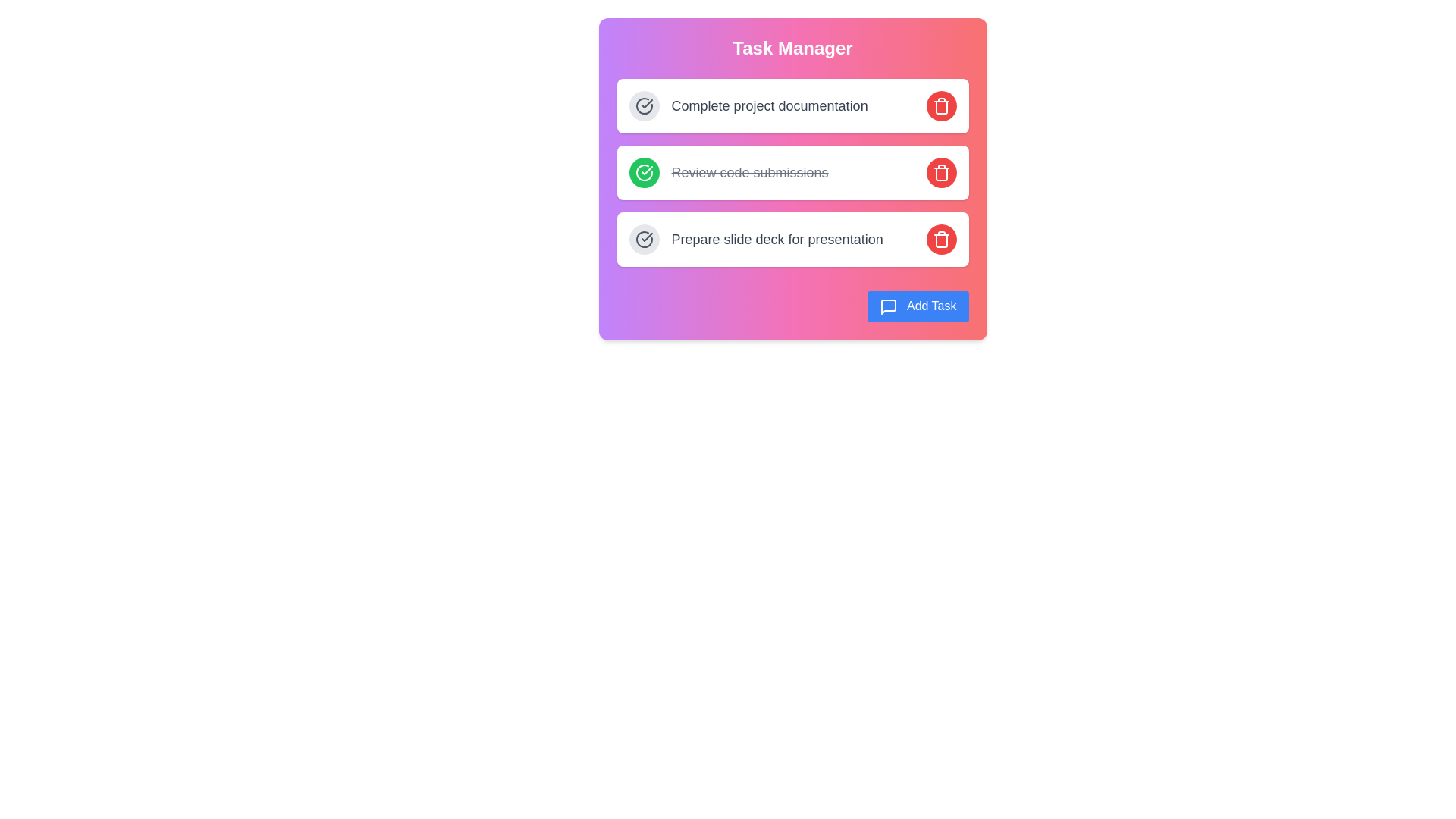 The image size is (1456, 819). Describe the element at coordinates (940, 105) in the screenshot. I see `the delete button for the task 'Complete project documentation'` at that location.